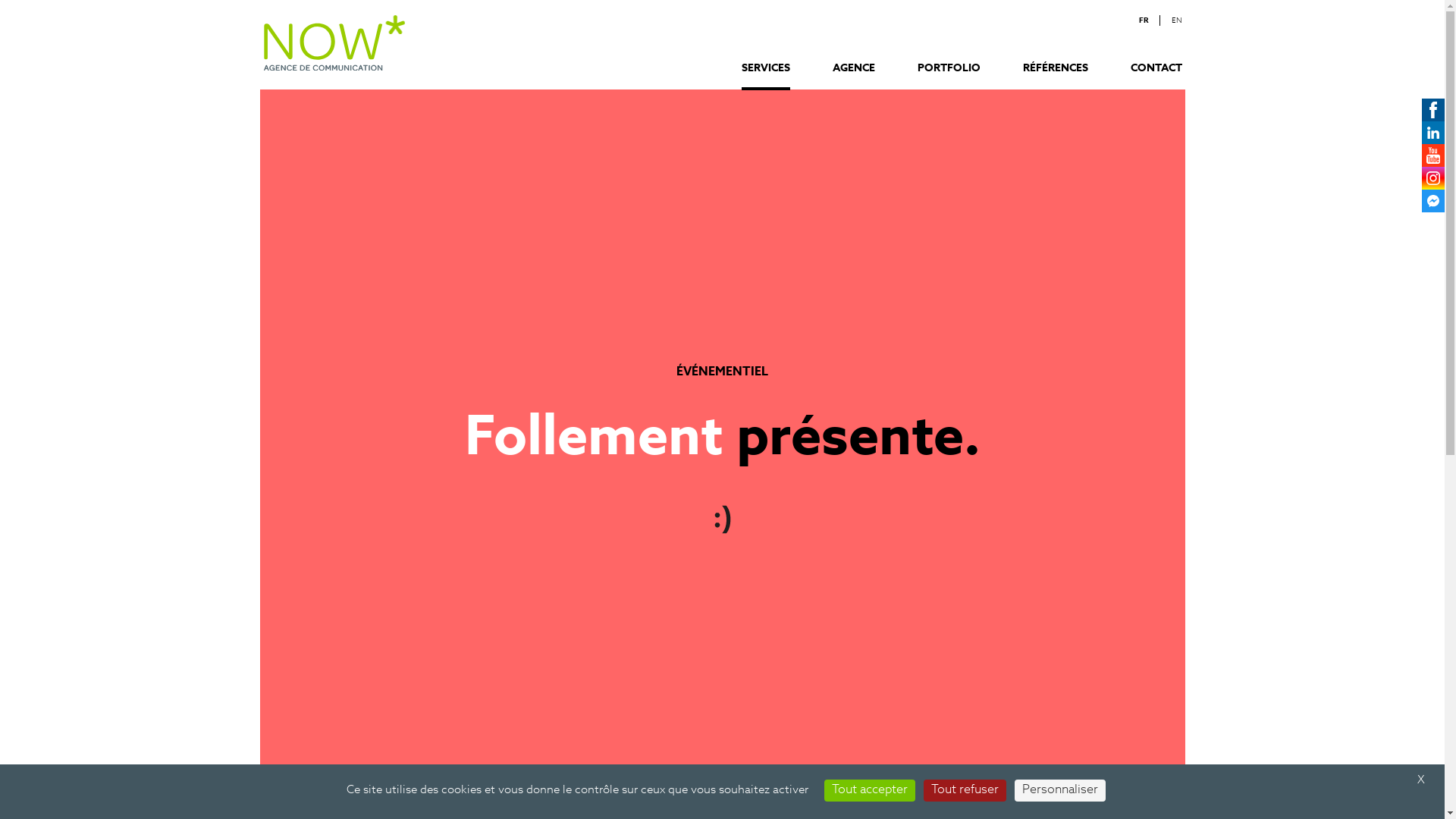 This screenshot has width=1456, height=819. I want to click on 'CONTACT', so click(1156, 77).